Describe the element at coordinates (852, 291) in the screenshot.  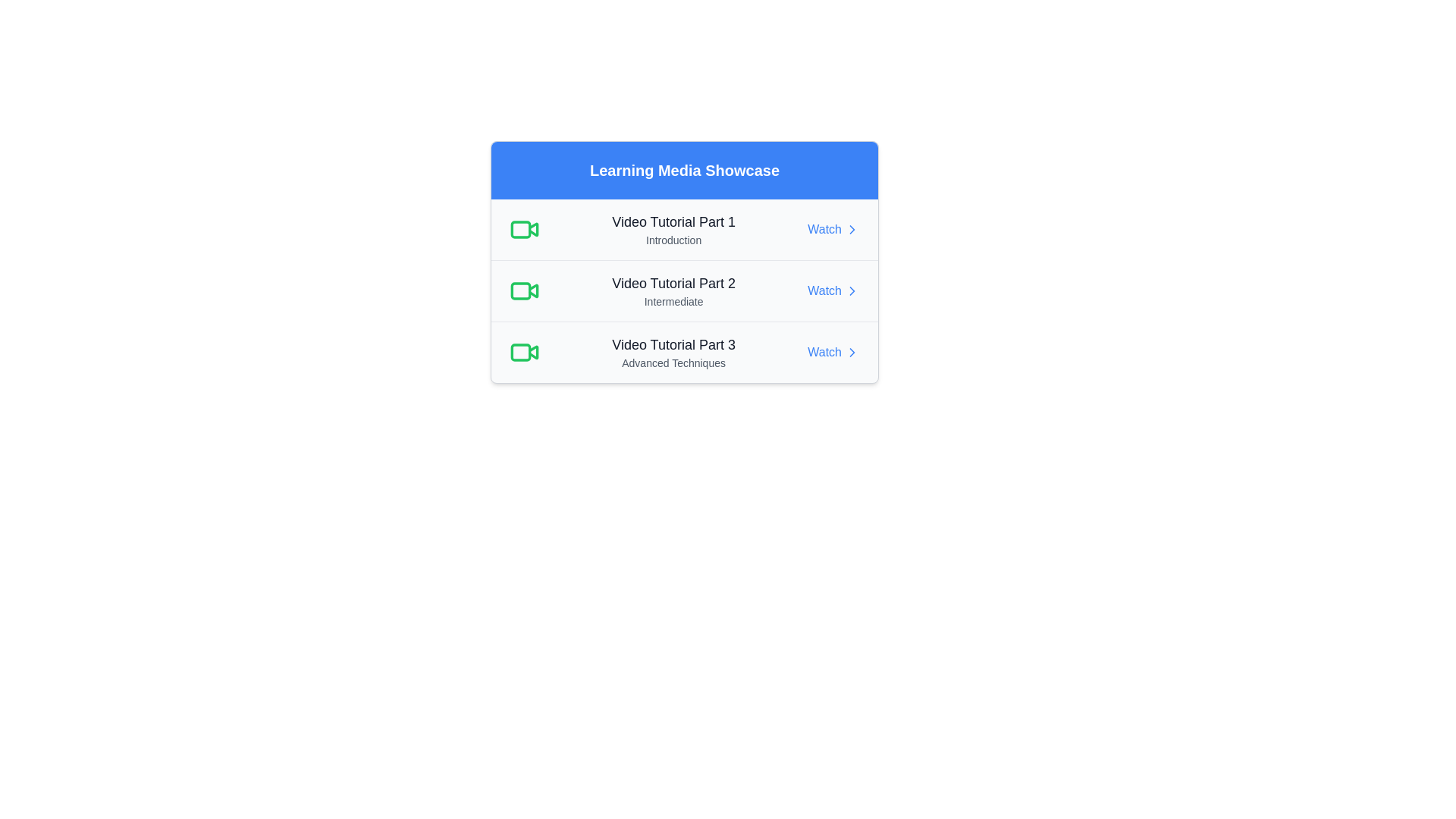
I see `the right-pointing arrow icon in the 'Watch' button row for 'Video Tutorial Part 3'` at that location.